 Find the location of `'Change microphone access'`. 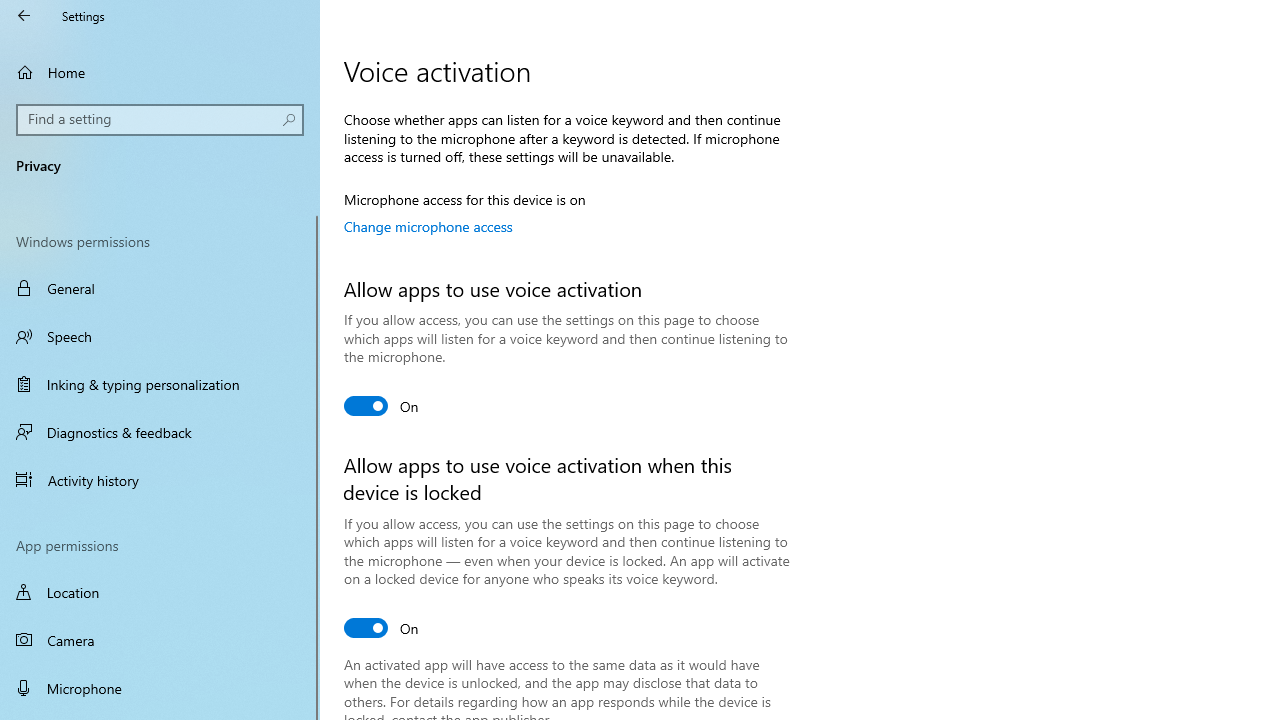

'Change microphone access' is located at coordinates (427, 225).